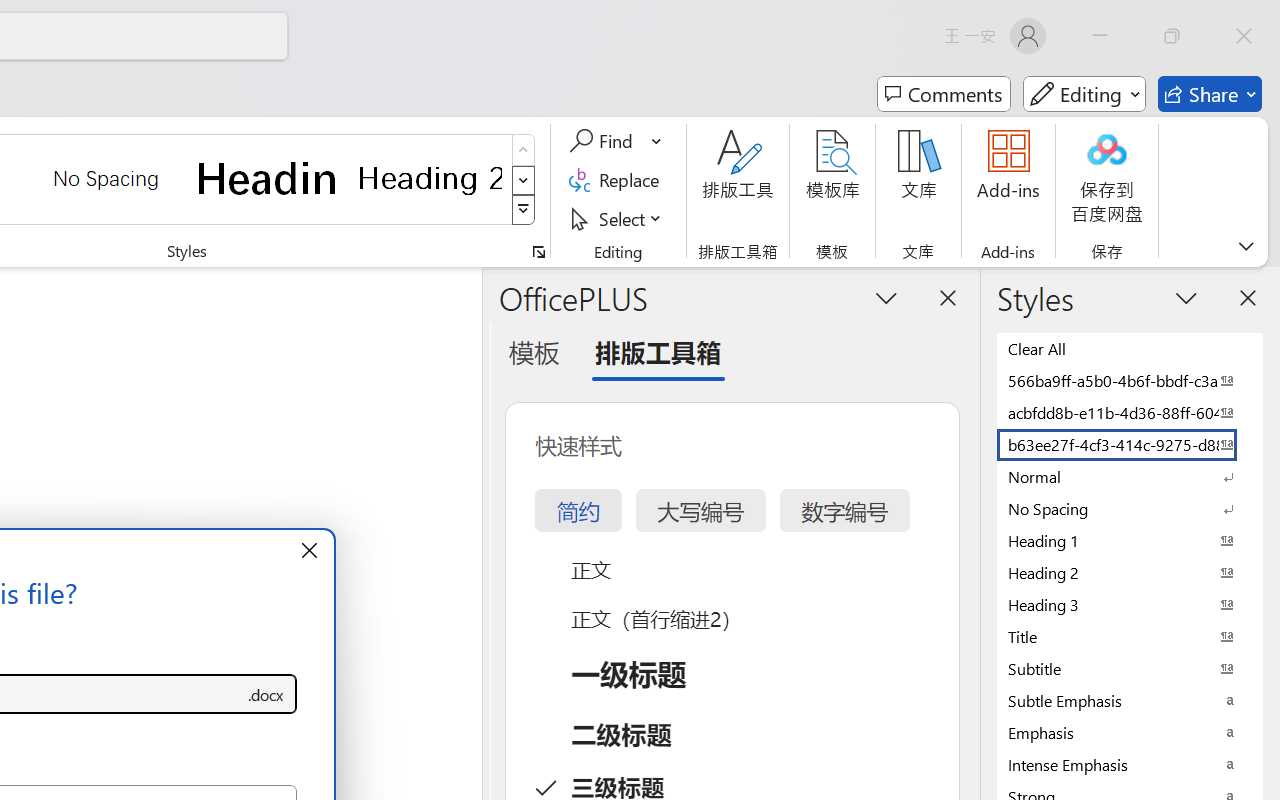 This screenshot has height=800, width=1280. Describe the element at coordinates (1130, 668) in the screenshot. I see `'Subtitle'` at that location.